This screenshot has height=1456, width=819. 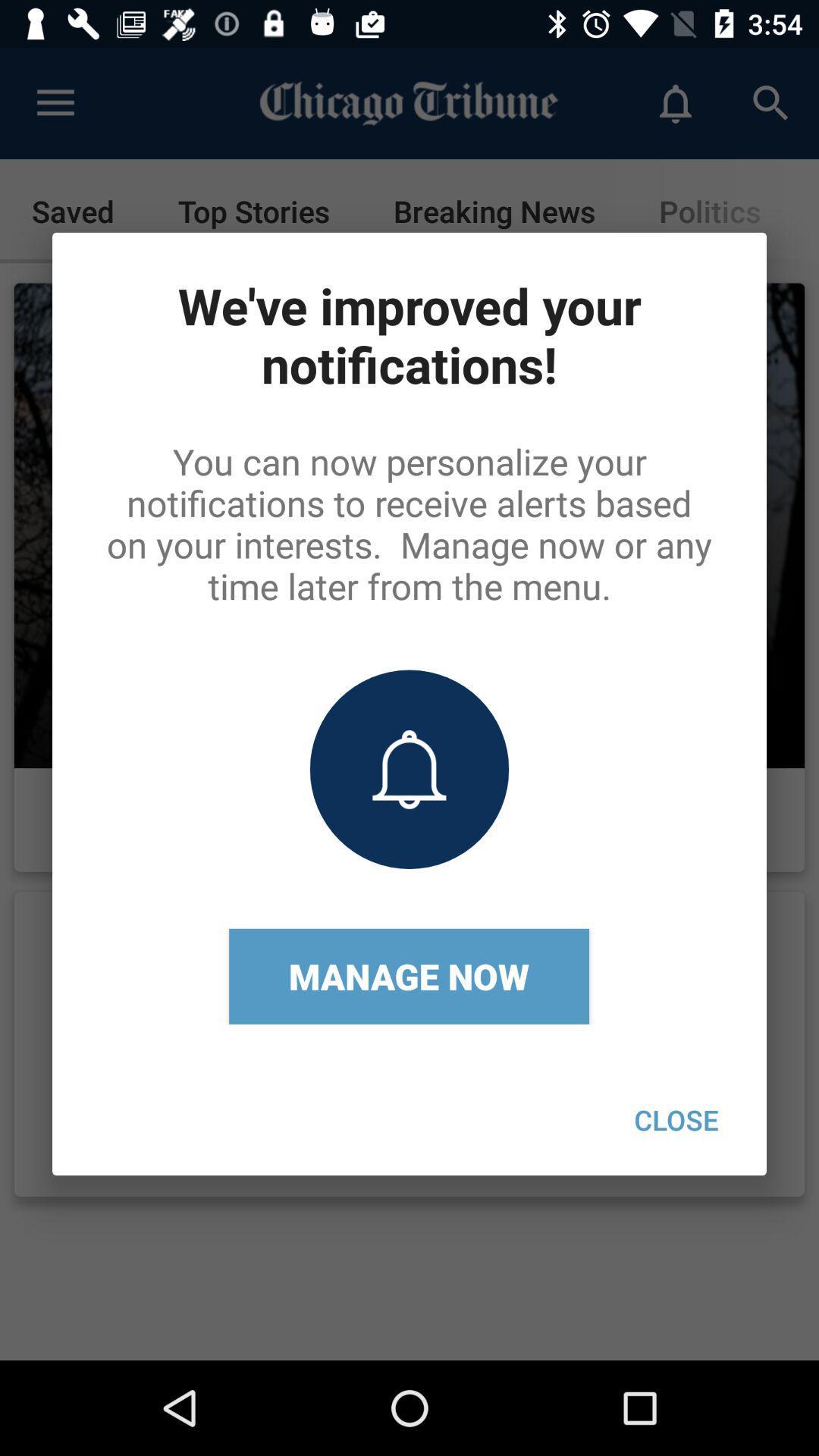 What do you see at coordinates (676, 1119) in the screenshot?
I see `item at the bottom right corner` at bounding box center [676, 1119].